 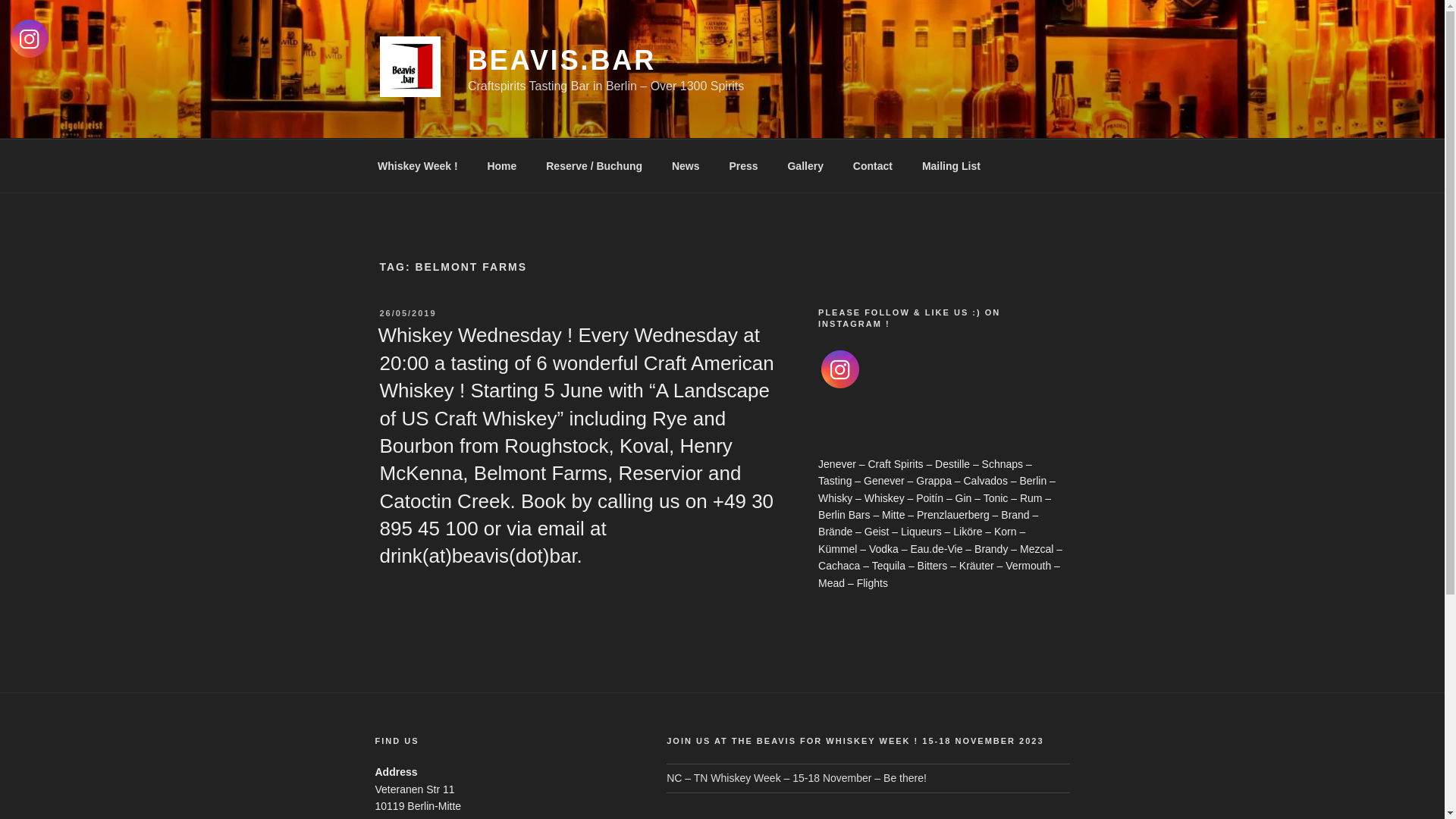 I want to click on 'Instagram', so click(x=11, y=37).